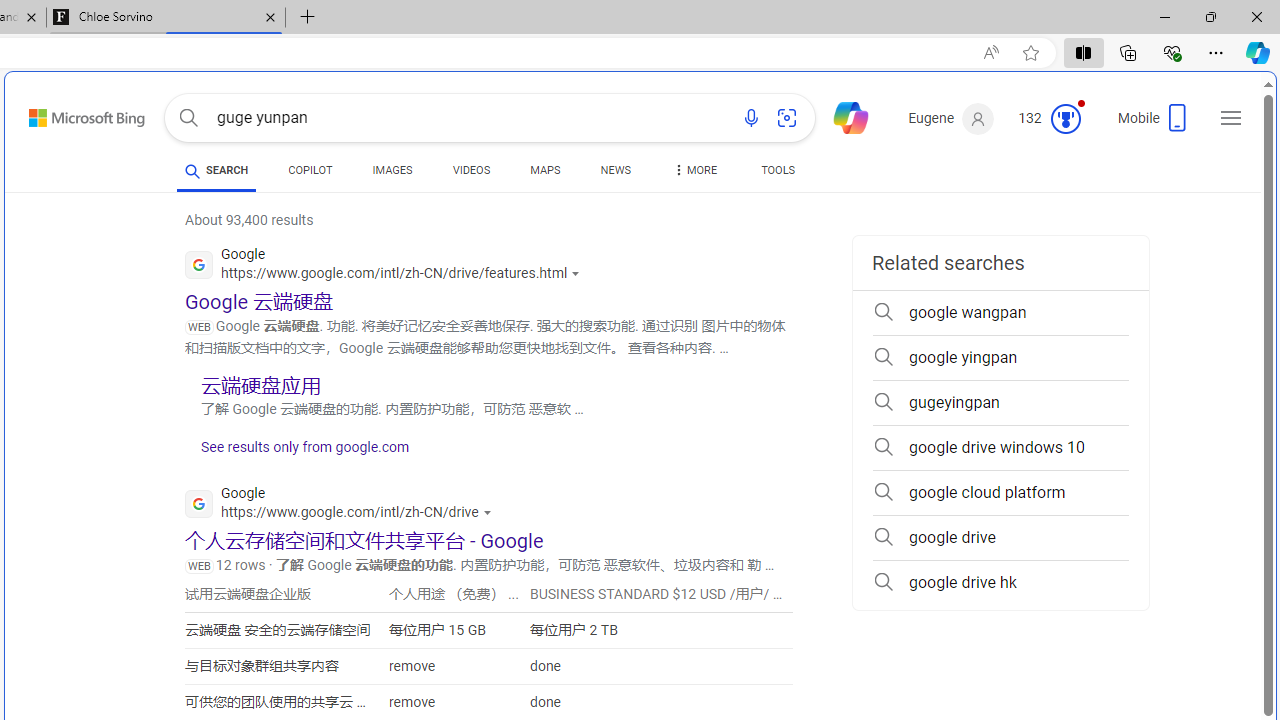 The height and width of the screenshot is (720, 1280). I want to click on 'Add this page to favorites (Ctrl+D)', so click(1031, 52).